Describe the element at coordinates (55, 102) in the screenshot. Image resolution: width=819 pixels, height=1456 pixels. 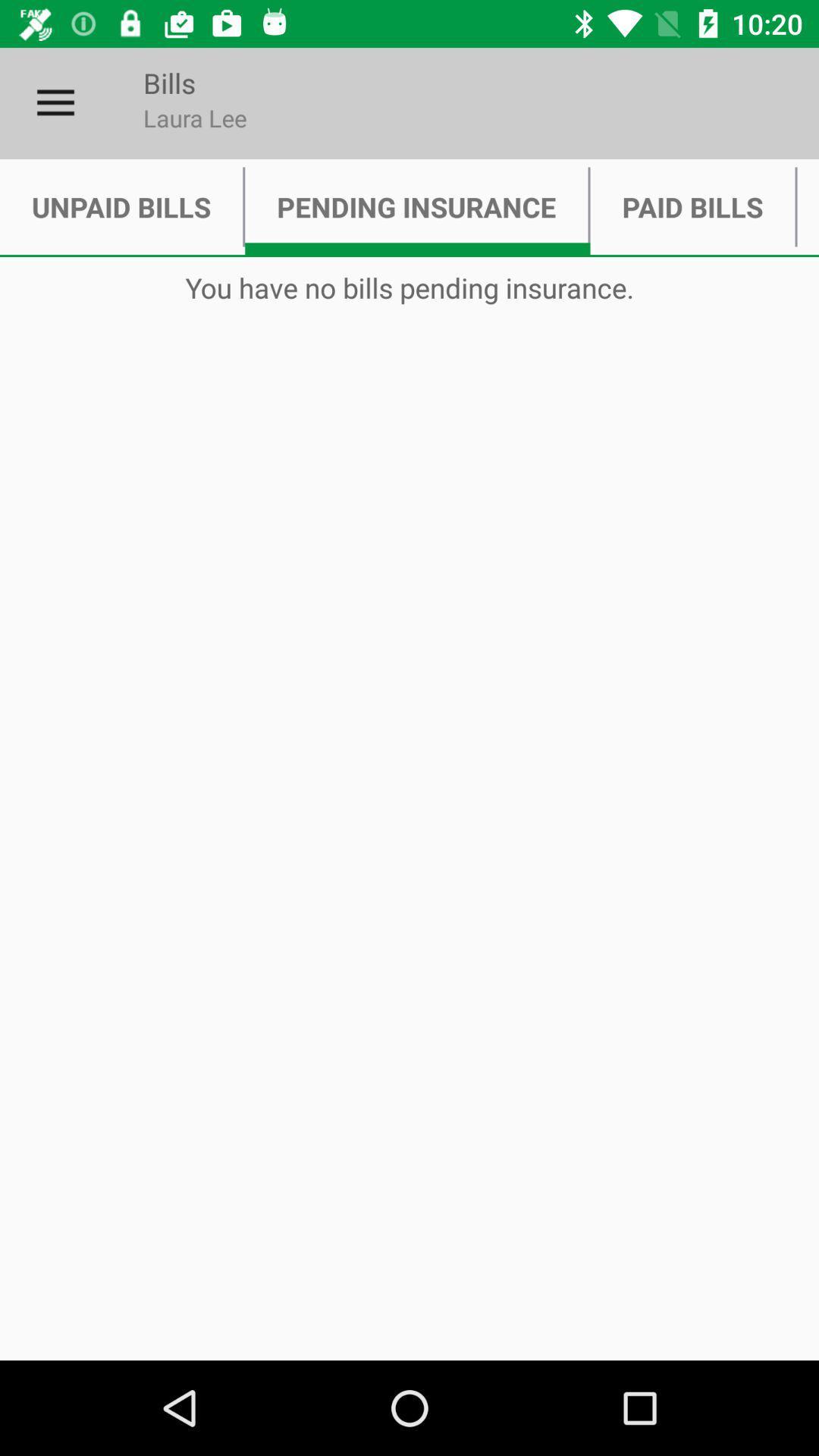
I see `the icon above the unpaid bills` at that location.